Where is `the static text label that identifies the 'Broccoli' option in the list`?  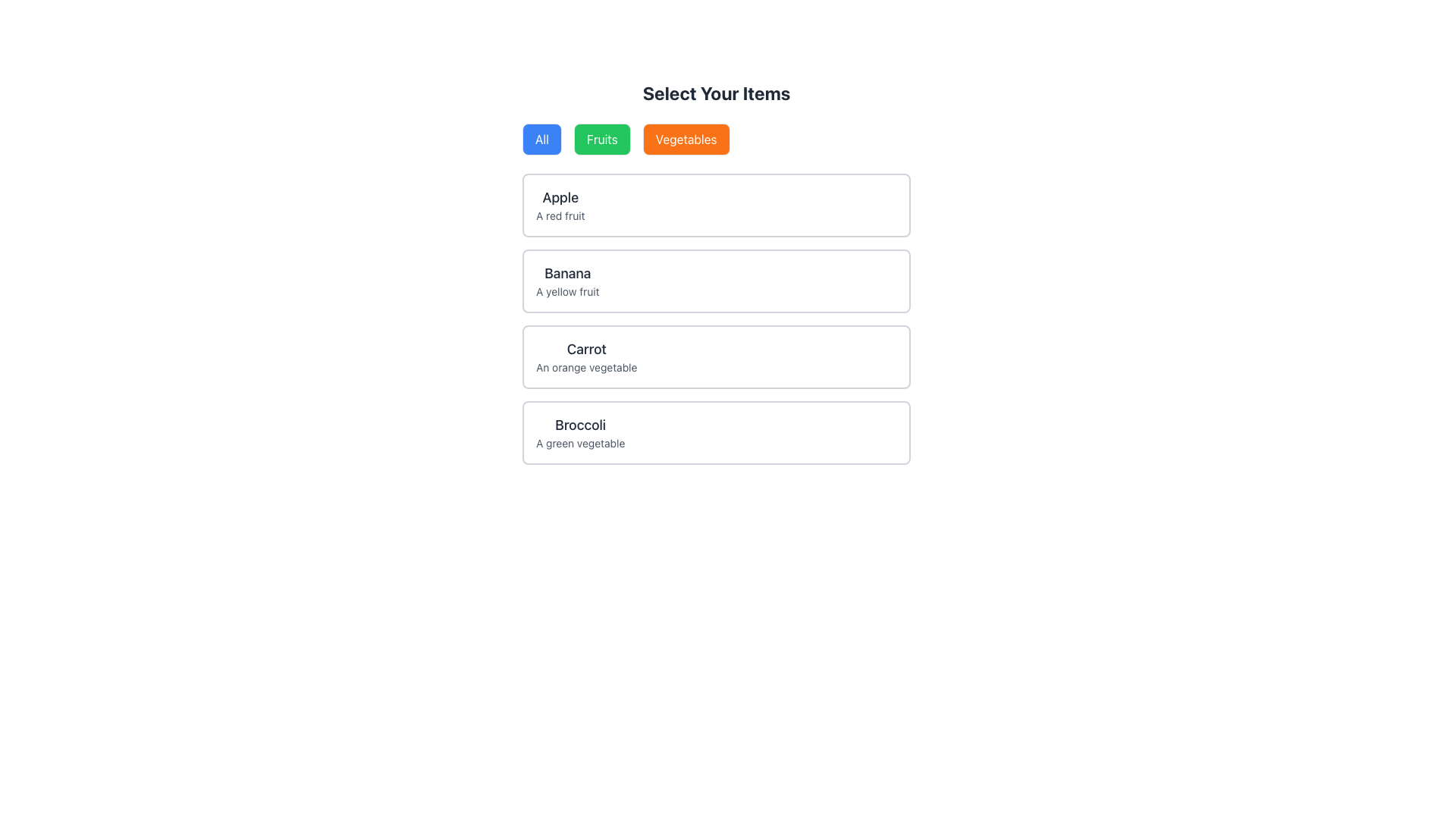
the static text label that identifies the 'Broccoli' option in the list is located at coordinates (579, 425).